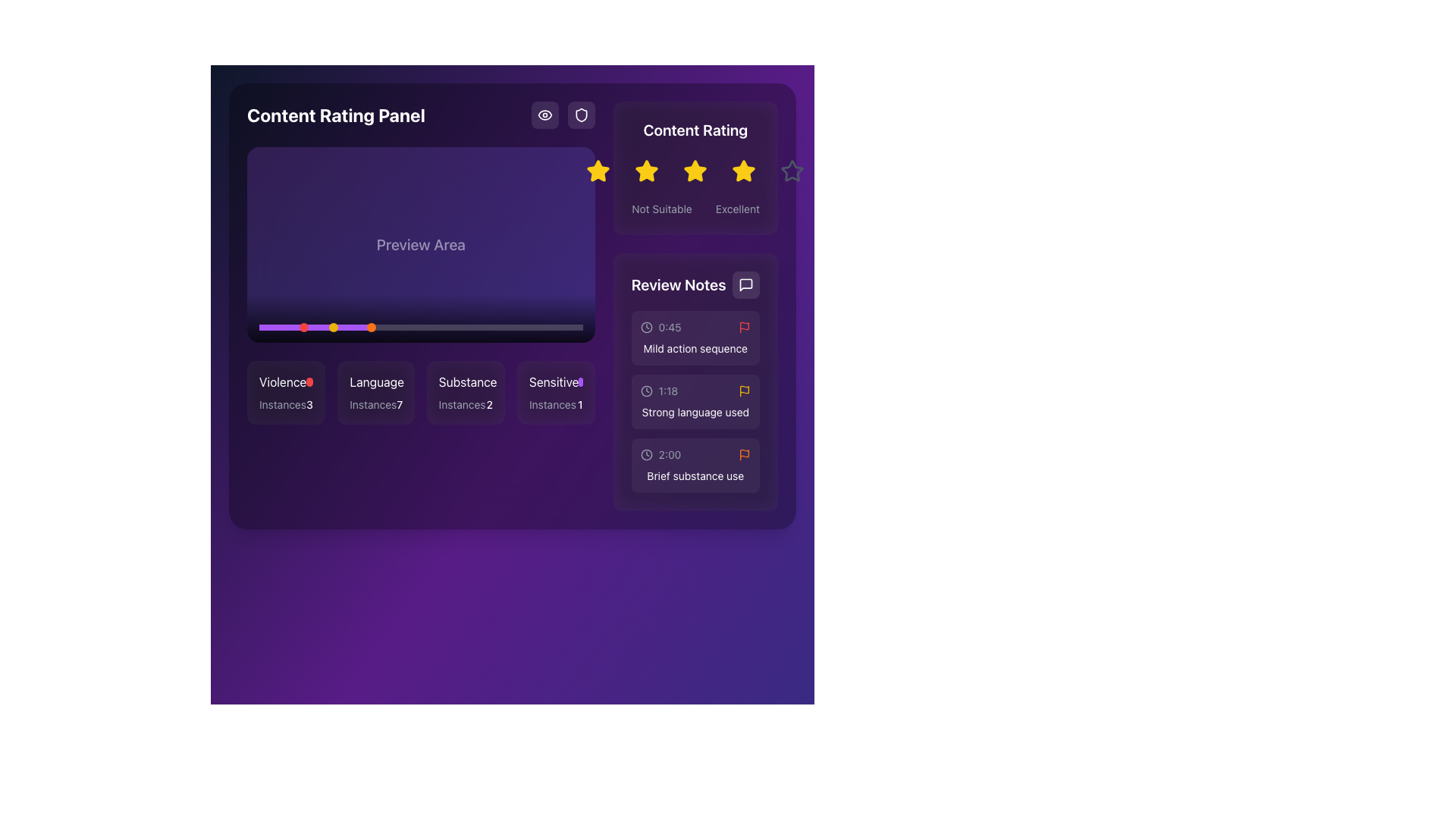  Describe the element at coordinates (678, 284) in the screenshot. I see `the header text 'Review Notes' which is styled in bold white font against a dark purple background, located in the 'Content Rating' section of the right panel` at that location.